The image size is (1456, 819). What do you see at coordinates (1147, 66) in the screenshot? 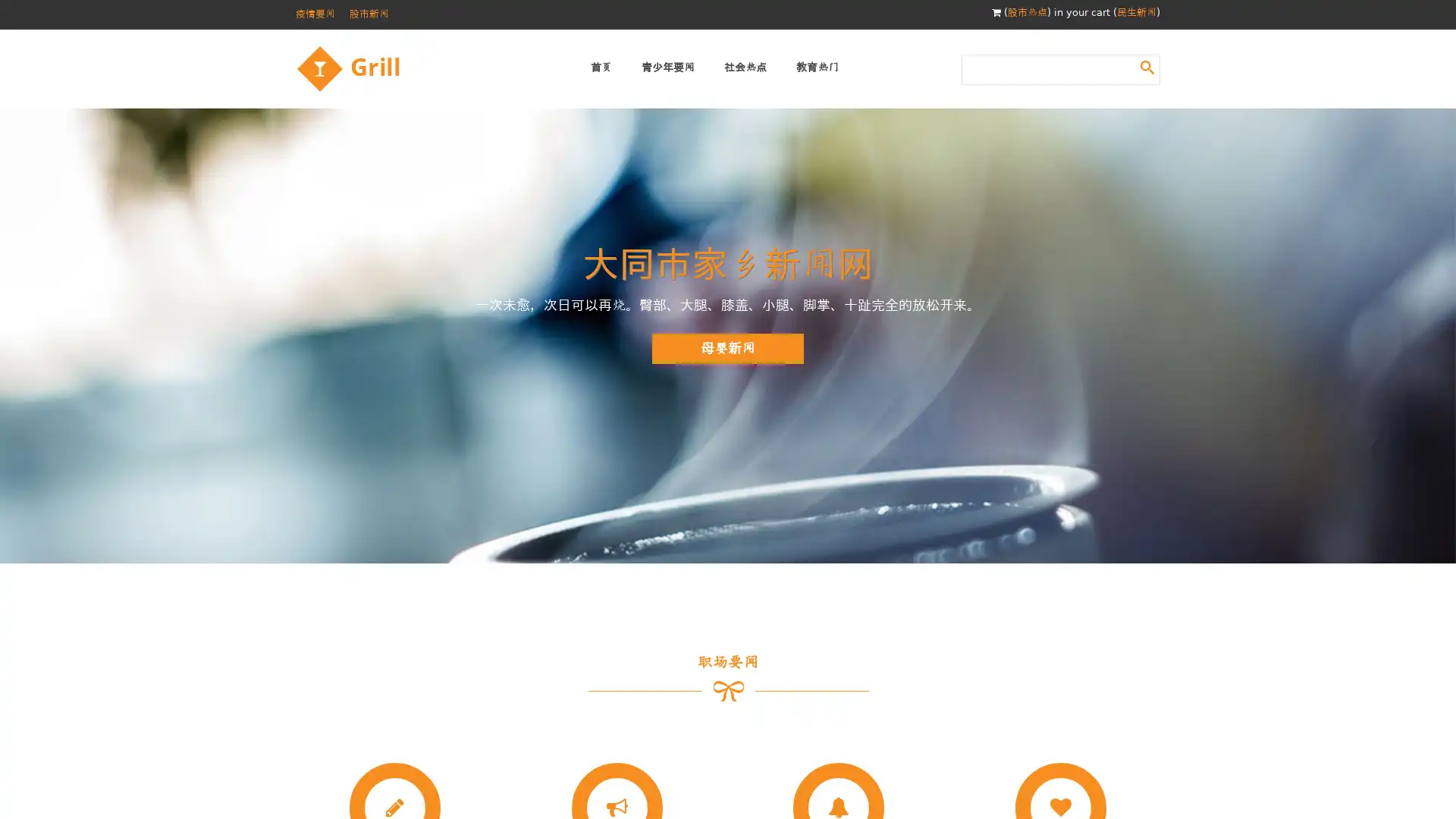
I see `Submit` at bounding box center [1147, 66].